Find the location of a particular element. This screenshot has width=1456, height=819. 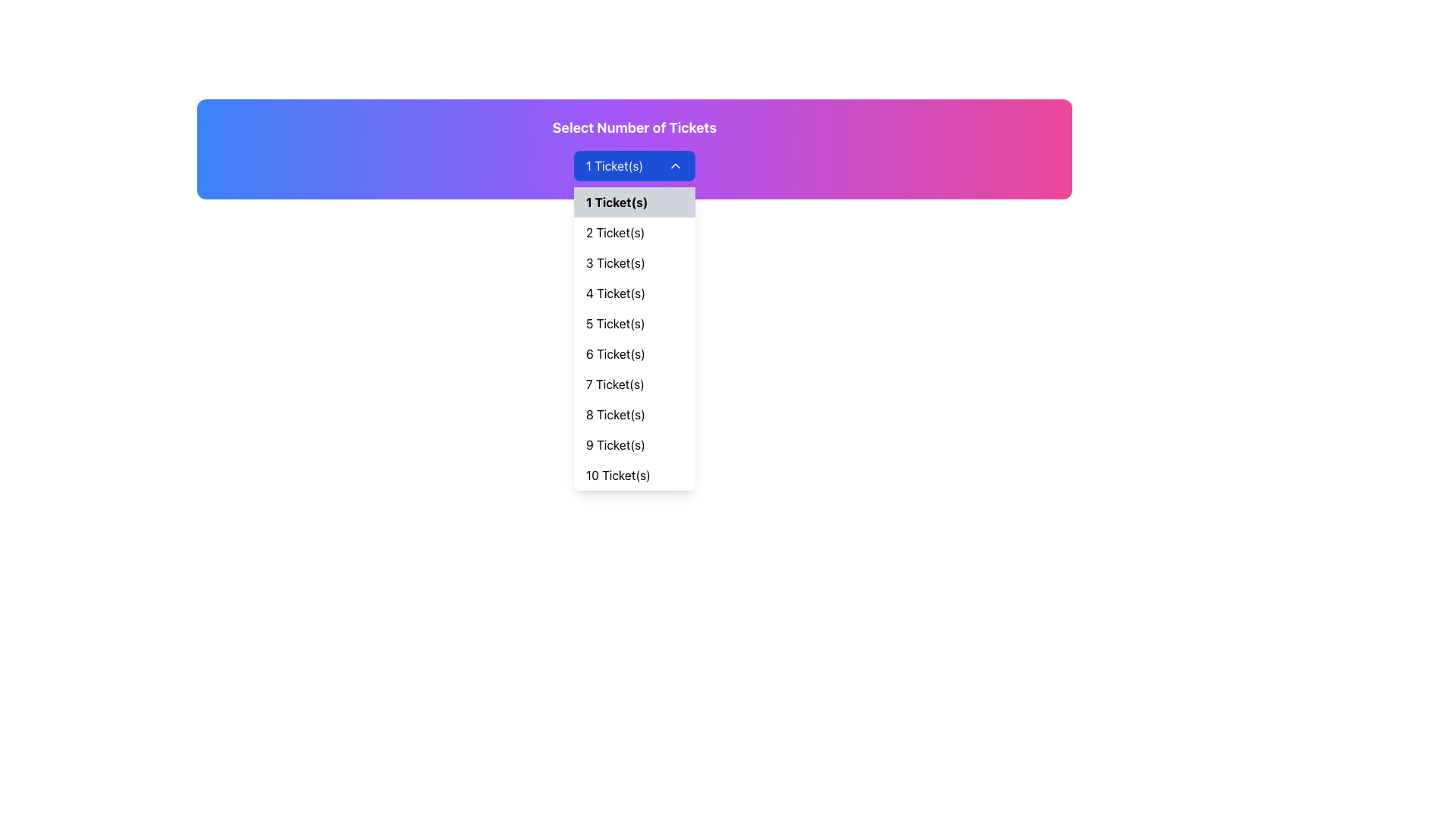

the upward chevron icon located to the far-right side of the '1 Ticket(s)' button is located at coordinates (675, 166).